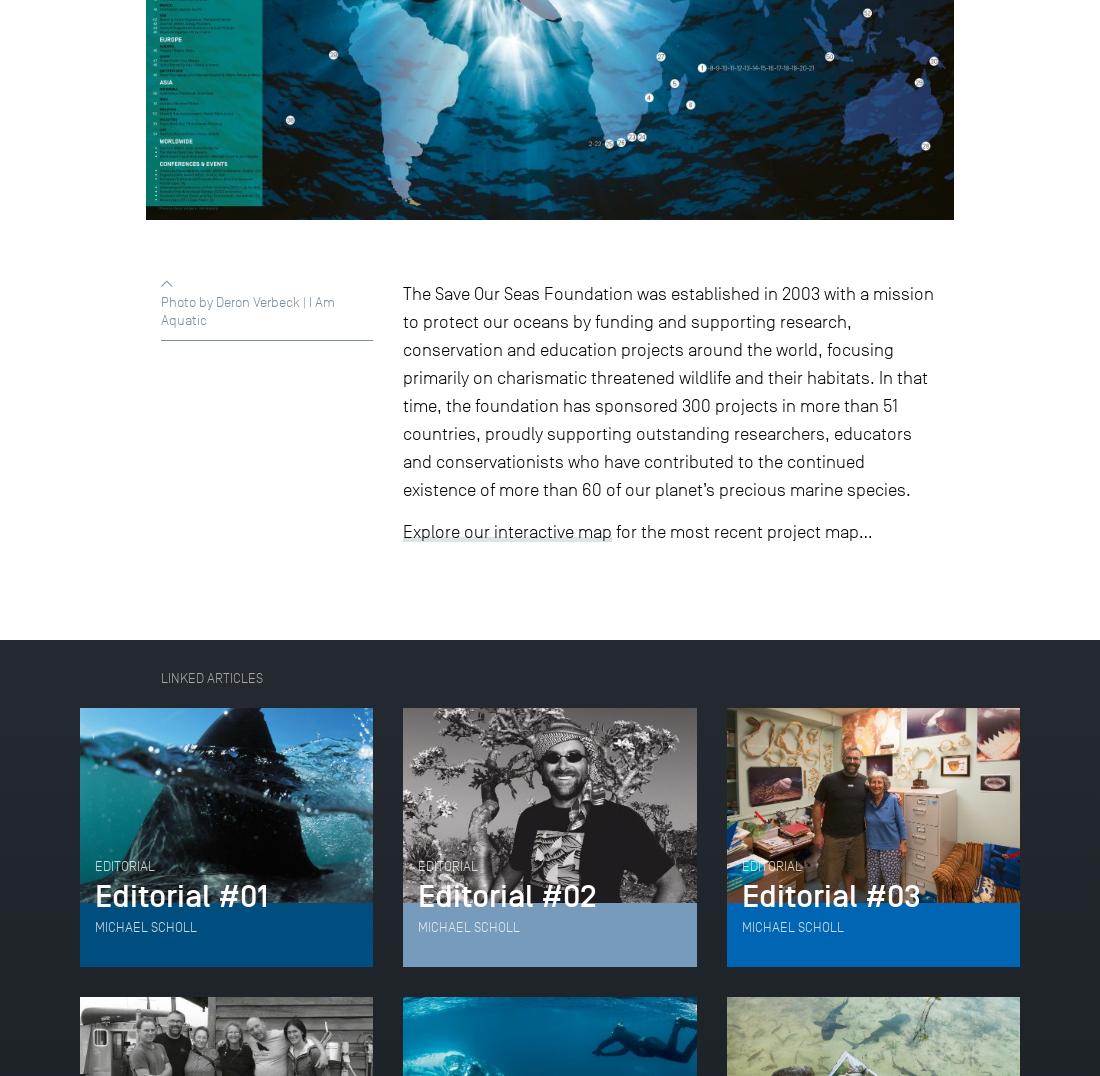  What do you see at coordinates (246, 310) in the screenshot?
I see `'Photo by Deron Verbeck | I Am Aquatic'` at bounding box center [246, 310].